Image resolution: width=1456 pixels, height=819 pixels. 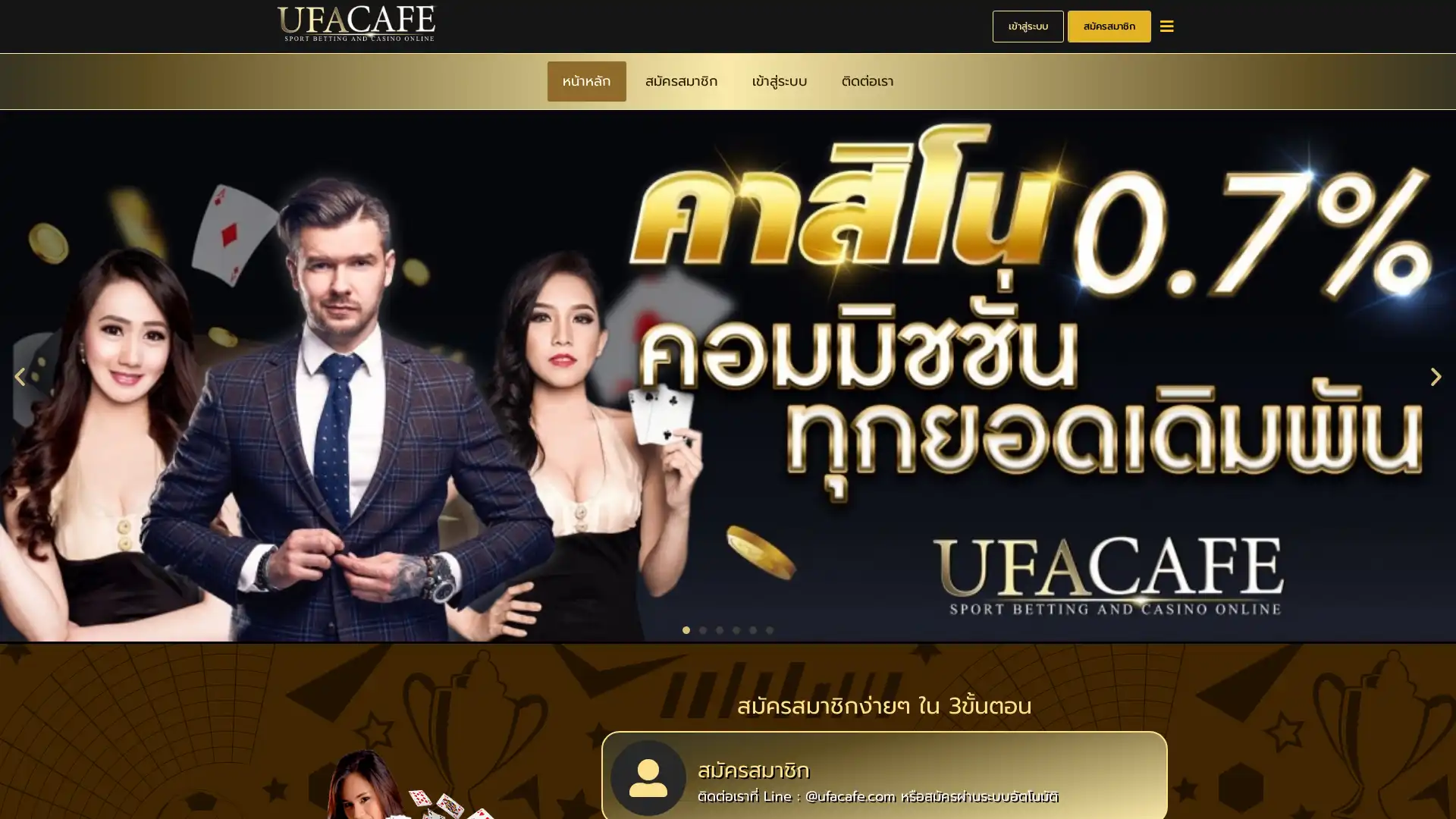 What do you see at coordinates (19, 374) in the screenshot?
I see `Previous slide` at bounding box center [19, 374].